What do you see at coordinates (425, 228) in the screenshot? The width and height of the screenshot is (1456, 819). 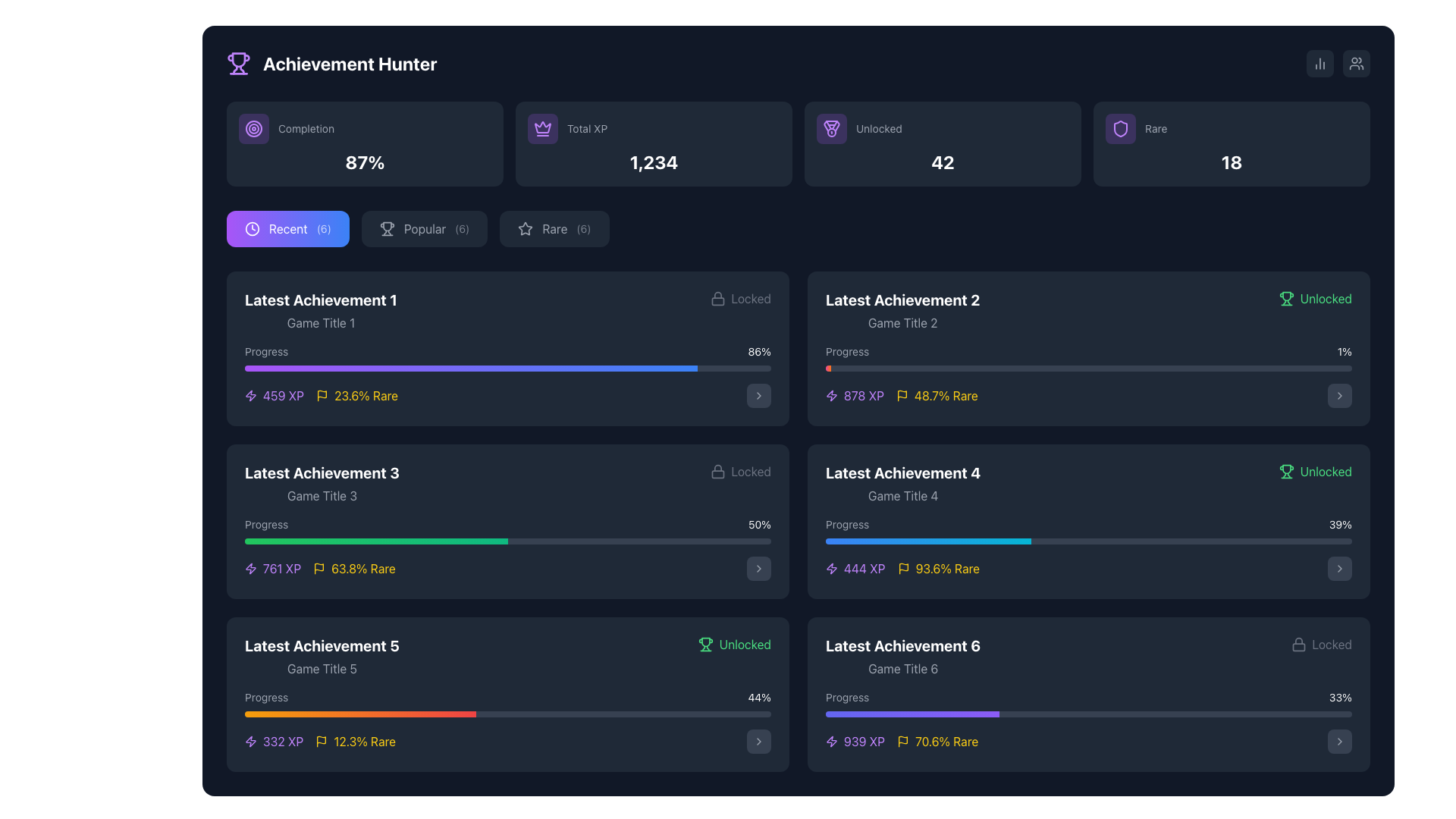 I see `the 'Popular (6)' button with a dark background and trophy icon to filter items` at bounding box center [425, 228].